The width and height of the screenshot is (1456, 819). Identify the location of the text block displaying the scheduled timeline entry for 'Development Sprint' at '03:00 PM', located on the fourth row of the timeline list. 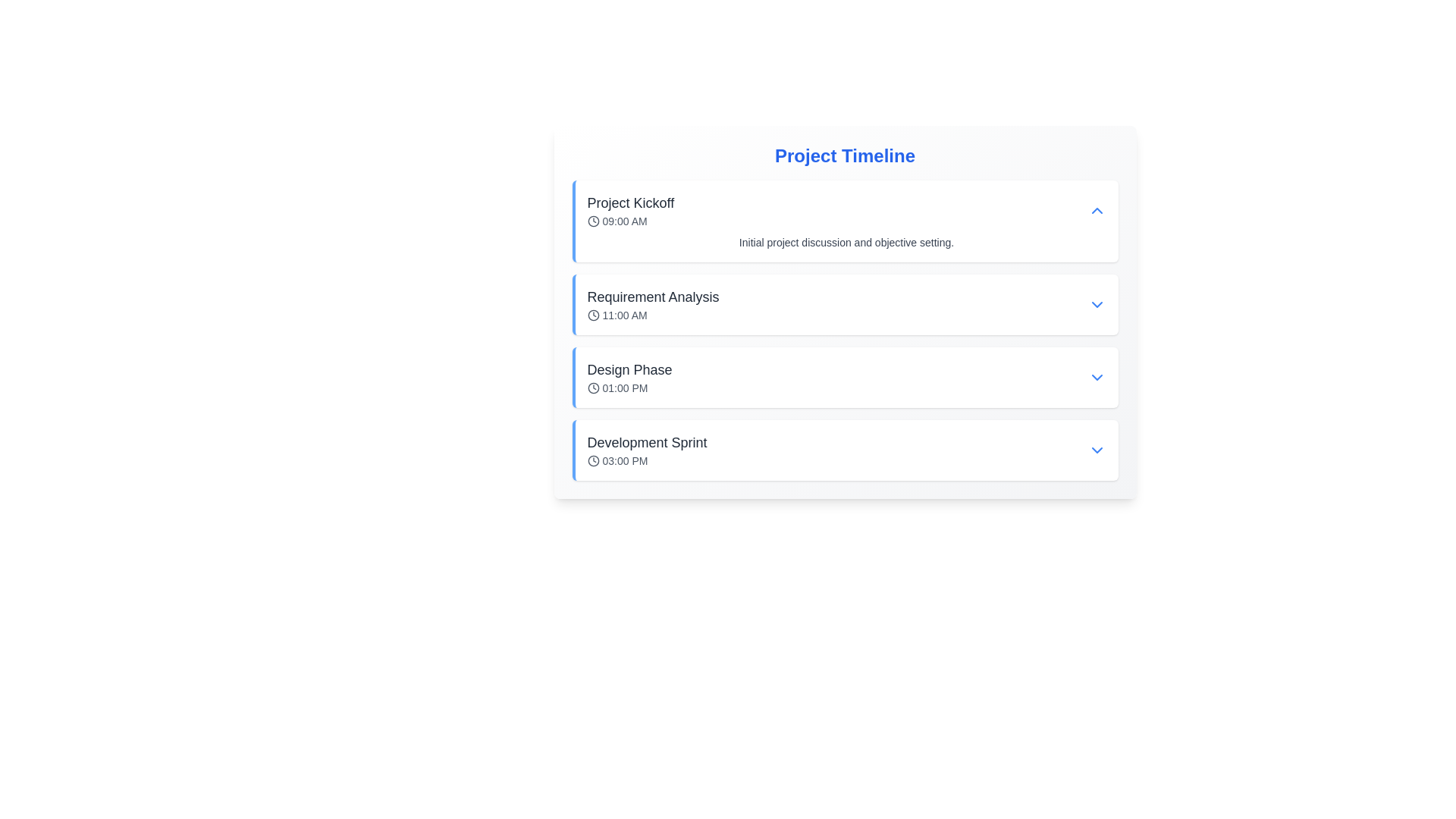
(647, 450).